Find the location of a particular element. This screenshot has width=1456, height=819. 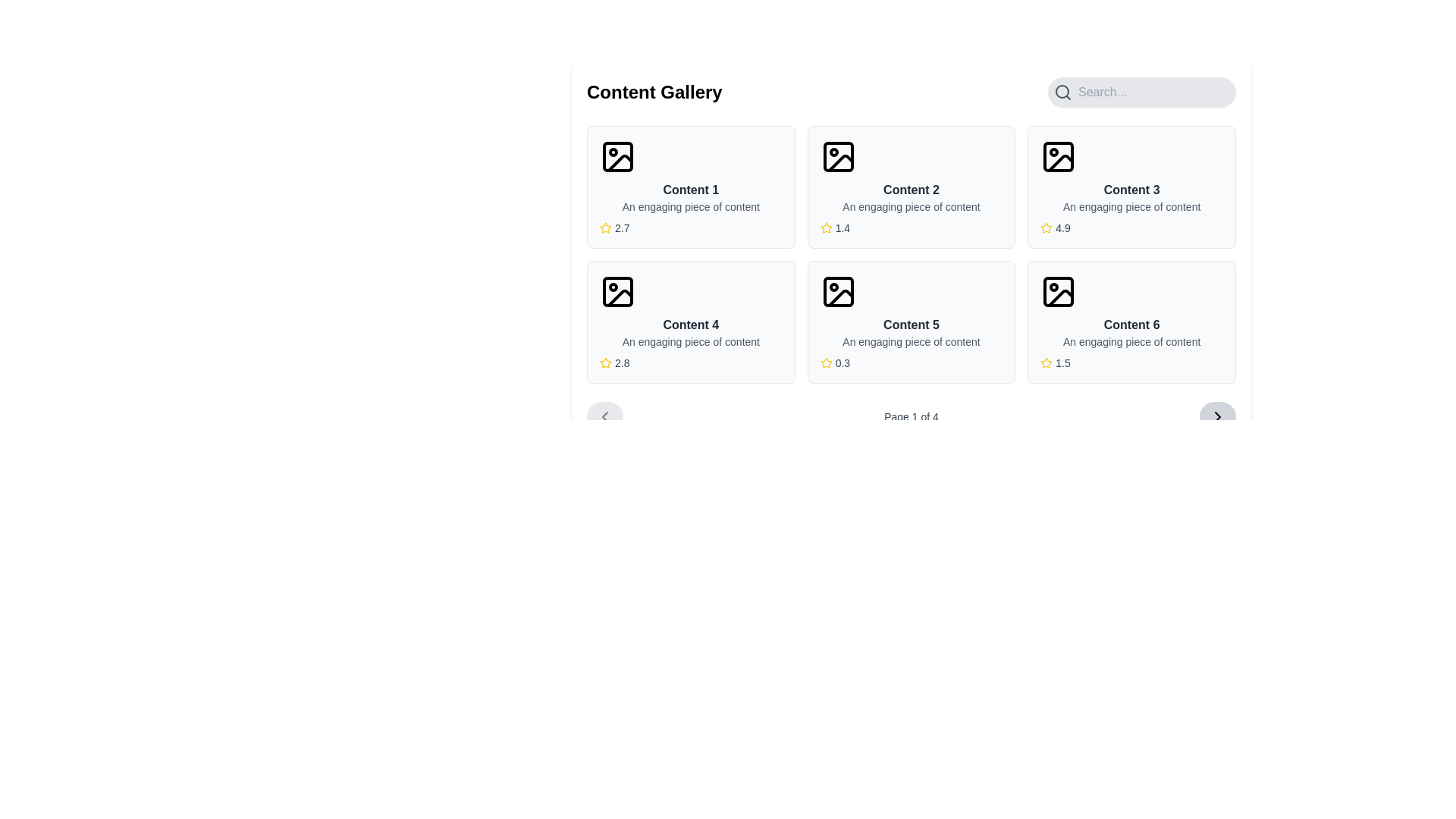

the SVG icon located at the top left portion of the card representing 'Content 3', which features a small circle and a diagonal line, by moving the cursor over it is located at coordinates (1058, 157).